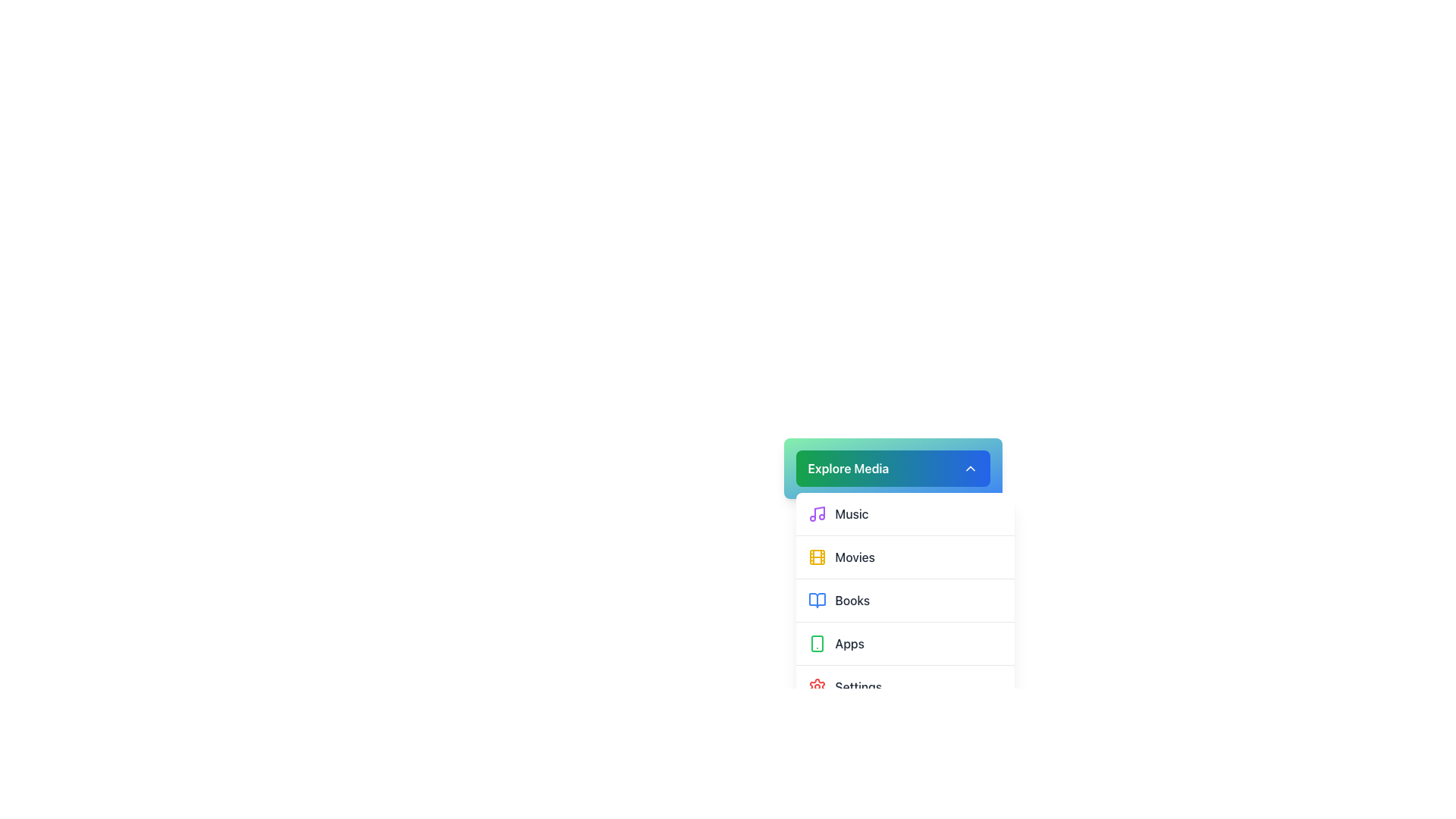 The width and height of the screenshot is (1456, 819). Describe the element at coordinates (818, 512) in the screenshot. I see `the decorative music-themed icon representing an eighth note, which is styled in purple and located next to the 'Music' label in the media options list` at that location.